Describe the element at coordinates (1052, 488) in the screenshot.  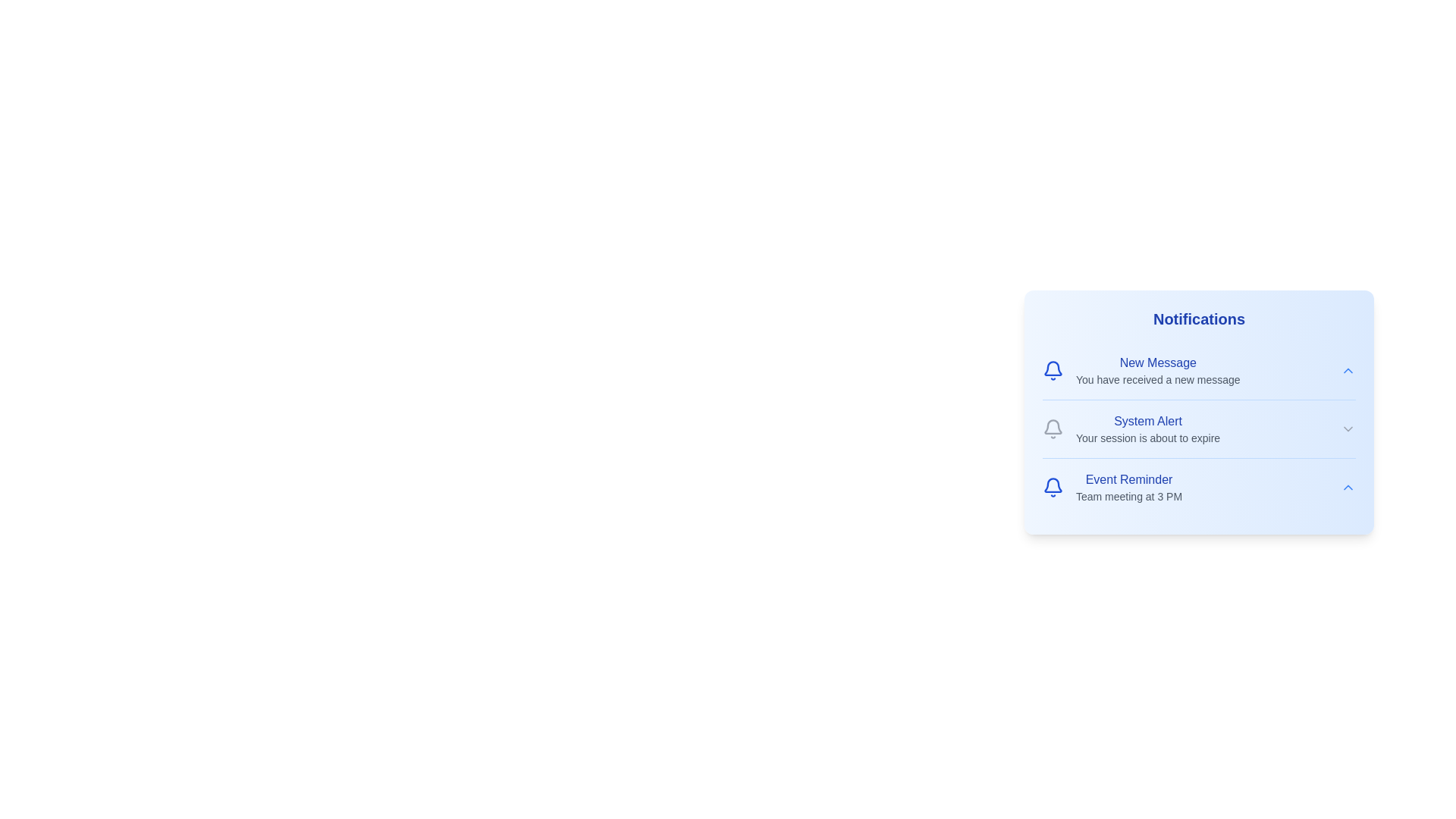
I see `the notification icon for Event Reminder` at that location.